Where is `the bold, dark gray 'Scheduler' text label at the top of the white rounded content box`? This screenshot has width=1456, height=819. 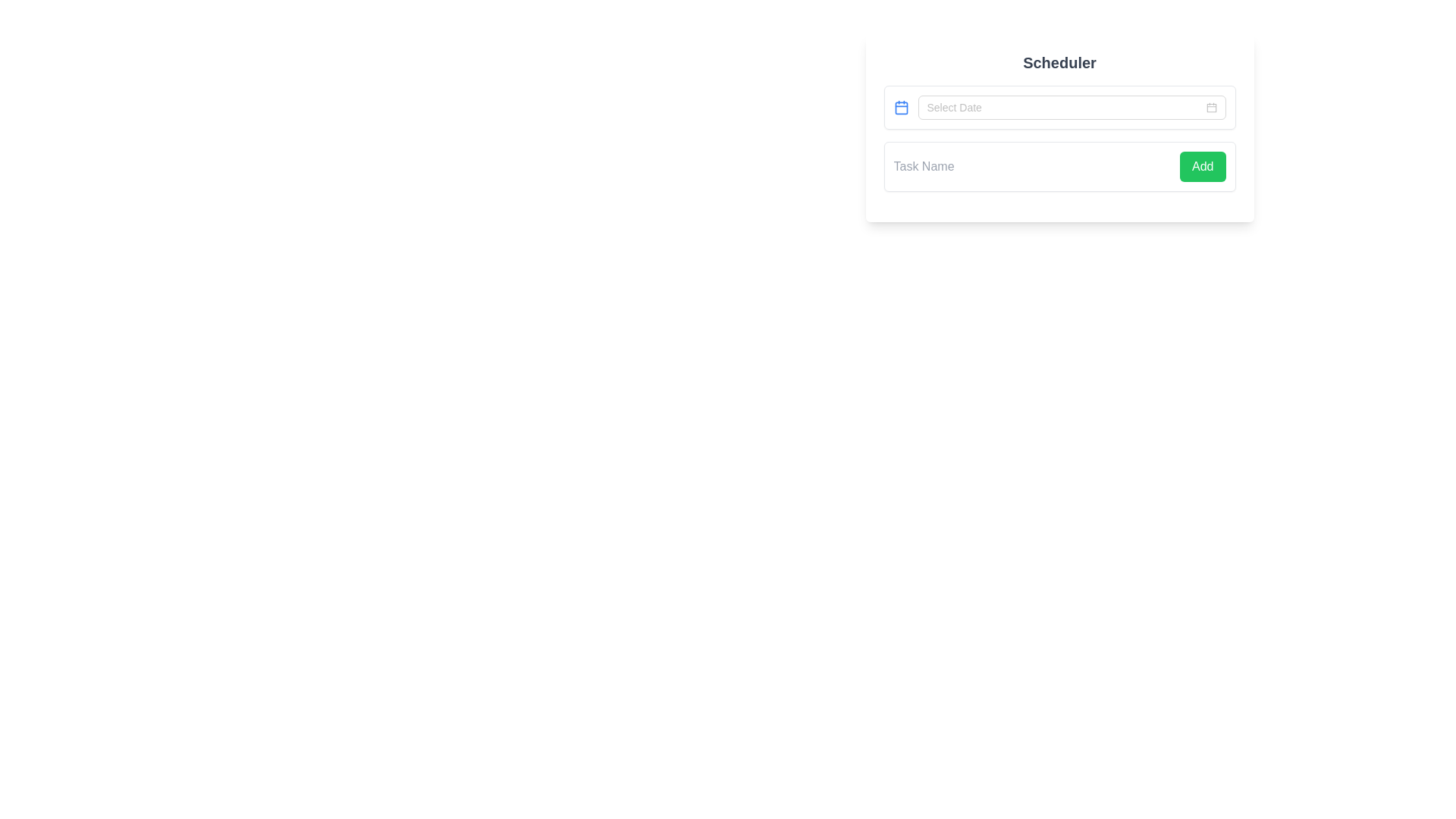
the bold, dark gray 'Scheduler' text label at the top of the white rounded content box is located at coordinates (1059, 62).